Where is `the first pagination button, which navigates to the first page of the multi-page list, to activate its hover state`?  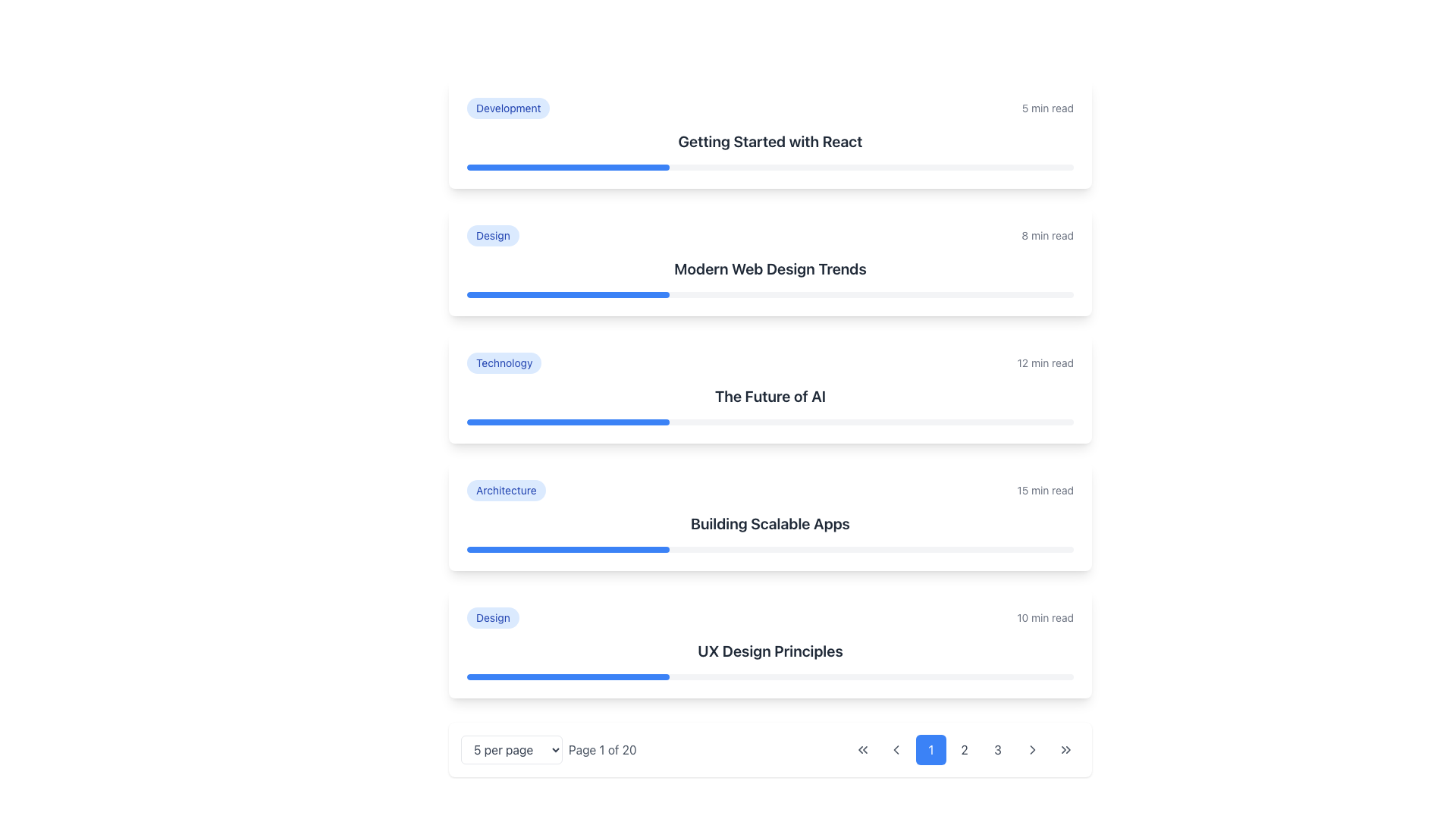 the first pagination button, which navigates to the first page of the multi-page list, to activate its hover state is located at coordinates (862, 748).